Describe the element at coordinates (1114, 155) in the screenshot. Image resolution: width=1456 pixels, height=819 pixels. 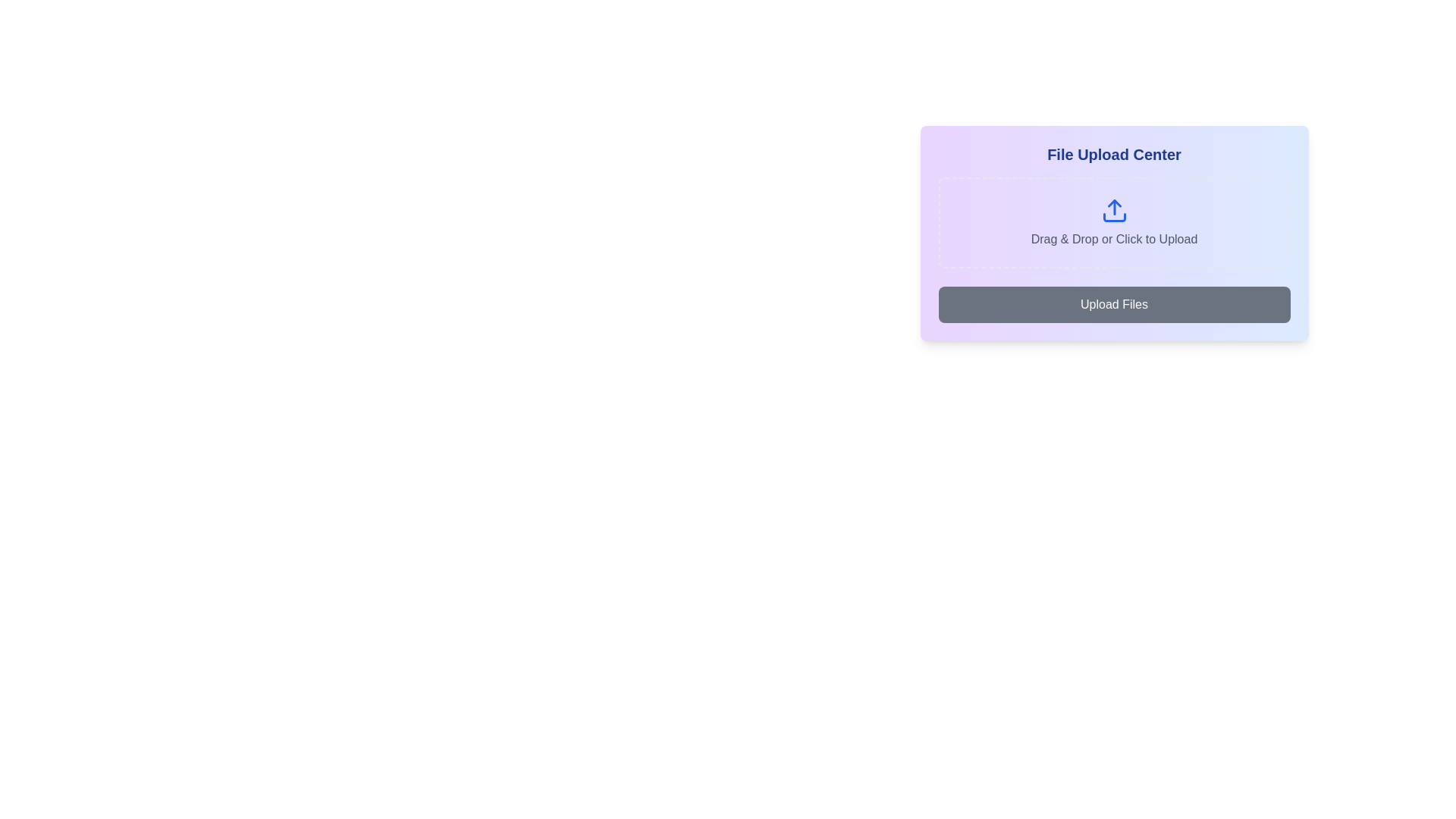
I see `the text header labeled 'File Upload Center', which is styled in bold, extra-large blue font and located at the top of a card-like section with a gradient background` at that location.